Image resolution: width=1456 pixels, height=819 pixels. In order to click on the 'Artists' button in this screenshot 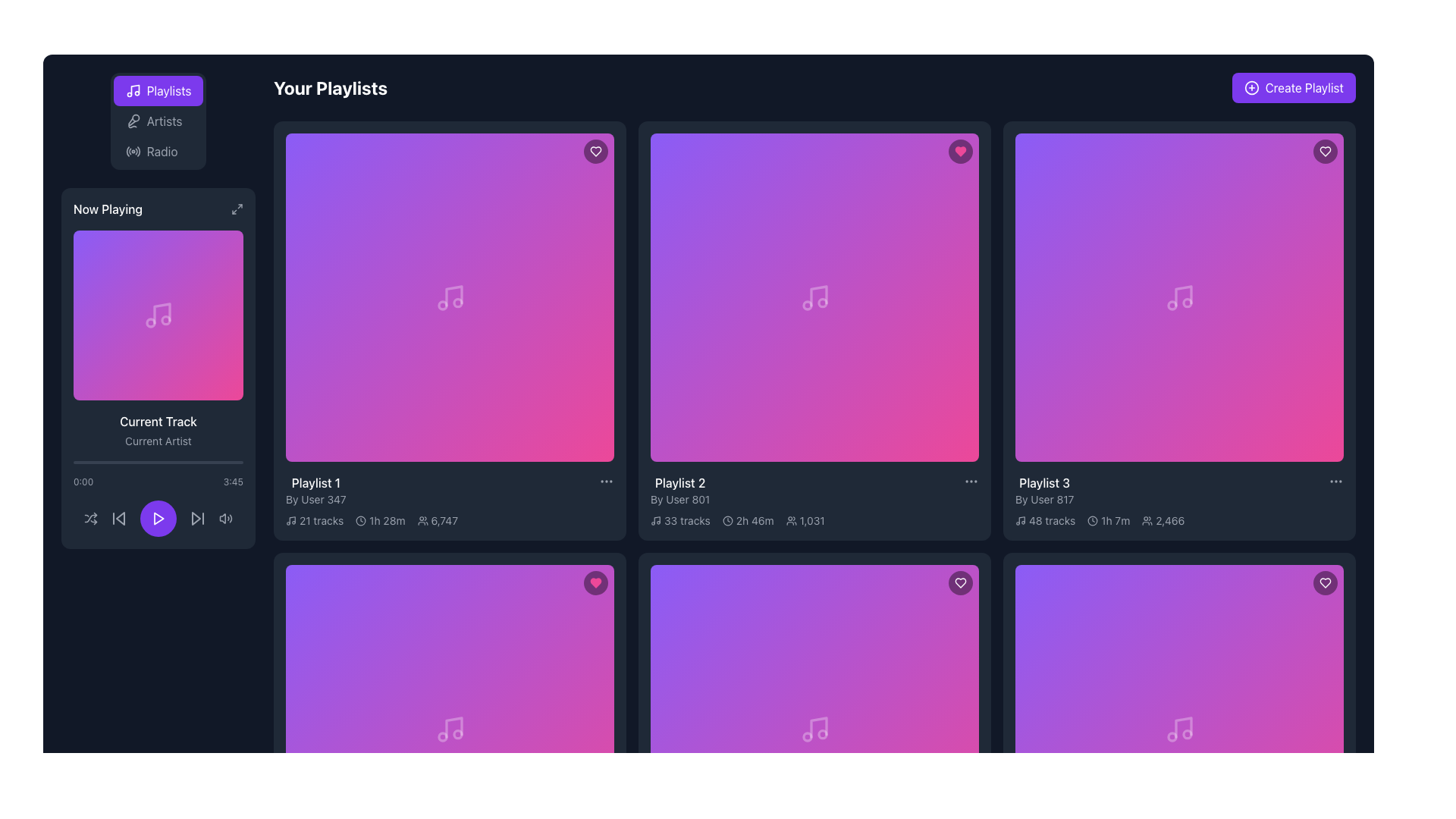, I will do `click(153, 120)`.